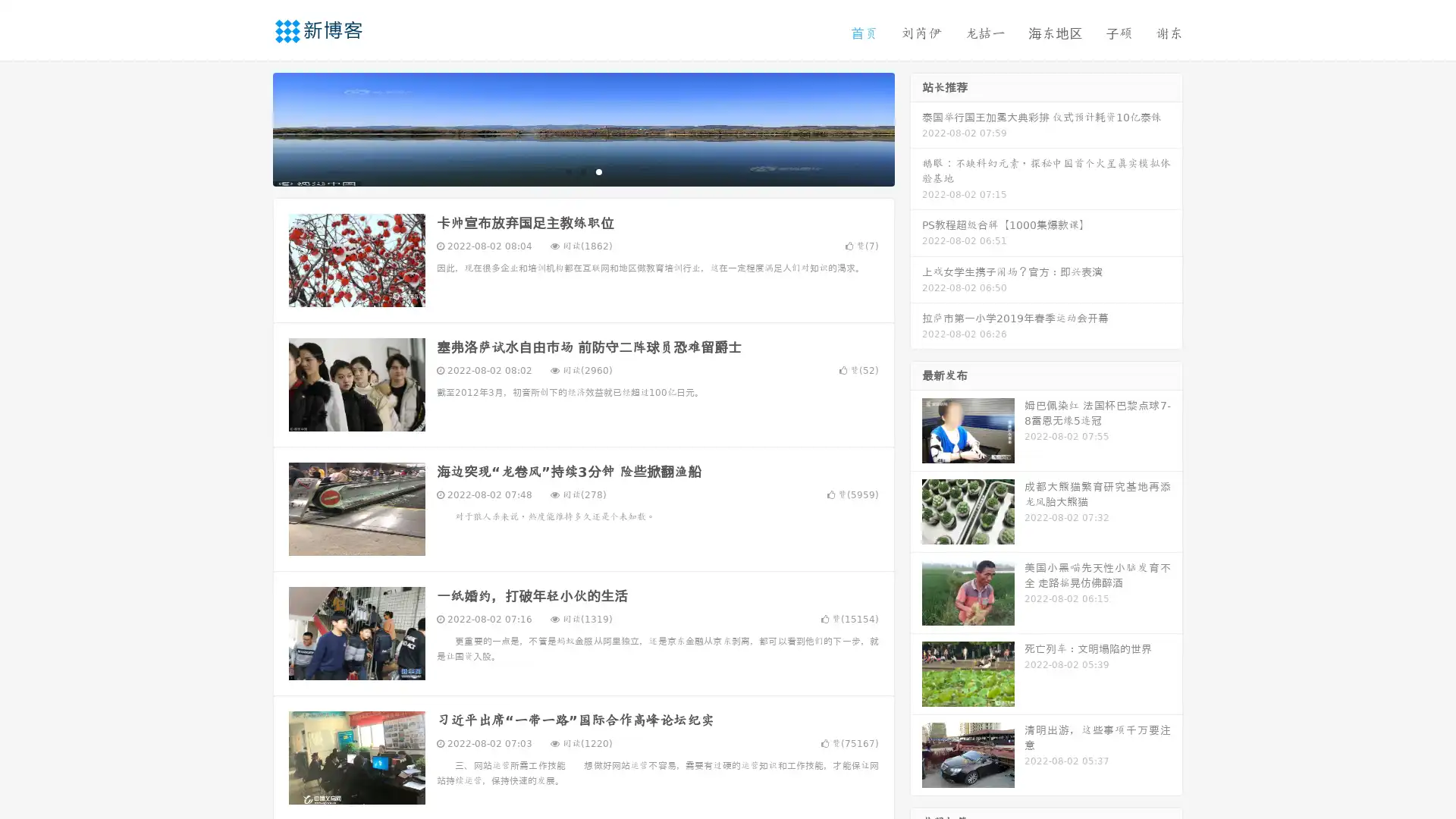 This screenshot has width=1456, height=819. What do you see at coordinates (598, 171) in the screenshot?
I see `Go to slide 3` at bounding box center [598, 171].